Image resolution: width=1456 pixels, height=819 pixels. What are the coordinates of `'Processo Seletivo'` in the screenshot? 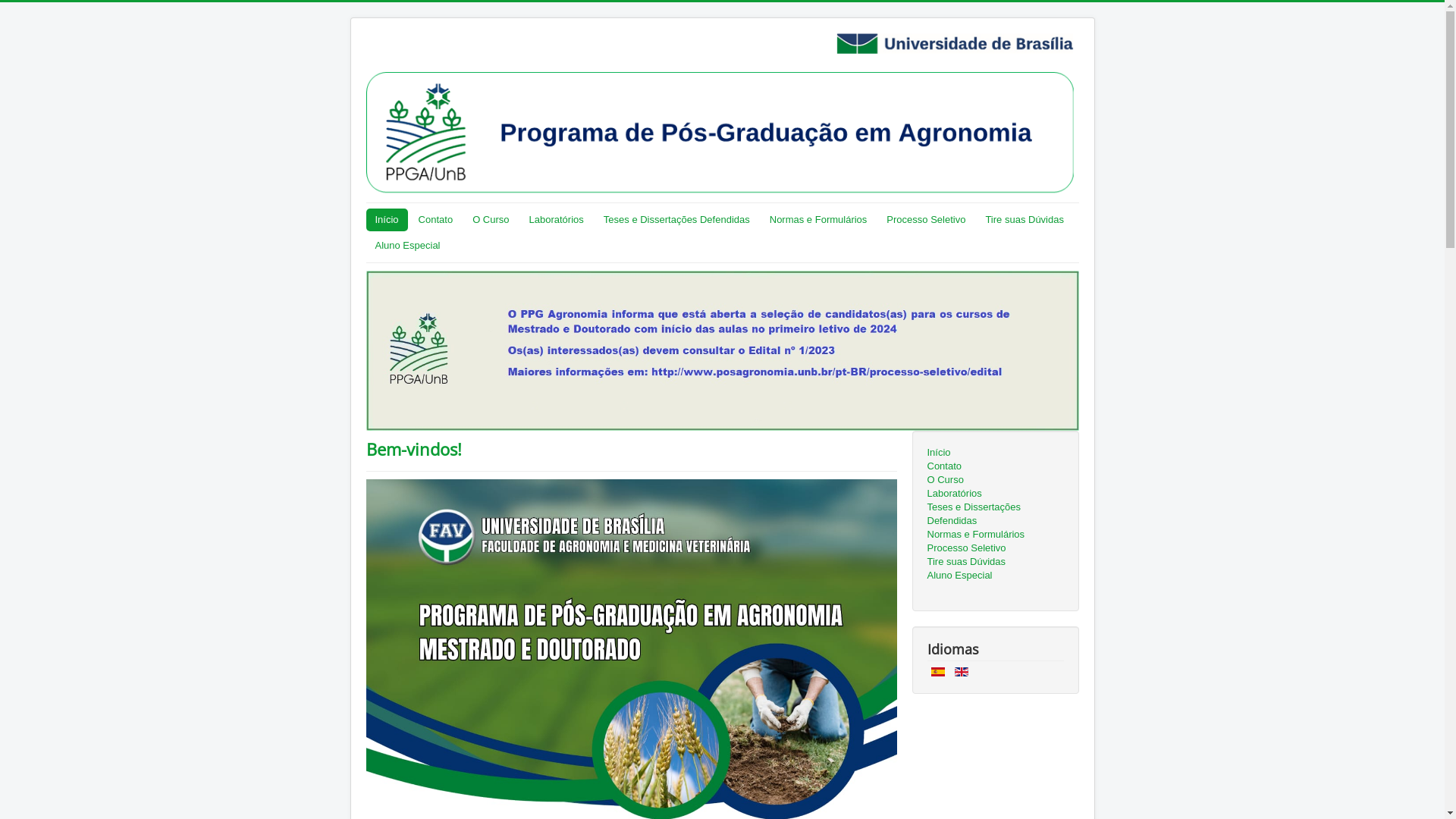 It's located at (994, 548).